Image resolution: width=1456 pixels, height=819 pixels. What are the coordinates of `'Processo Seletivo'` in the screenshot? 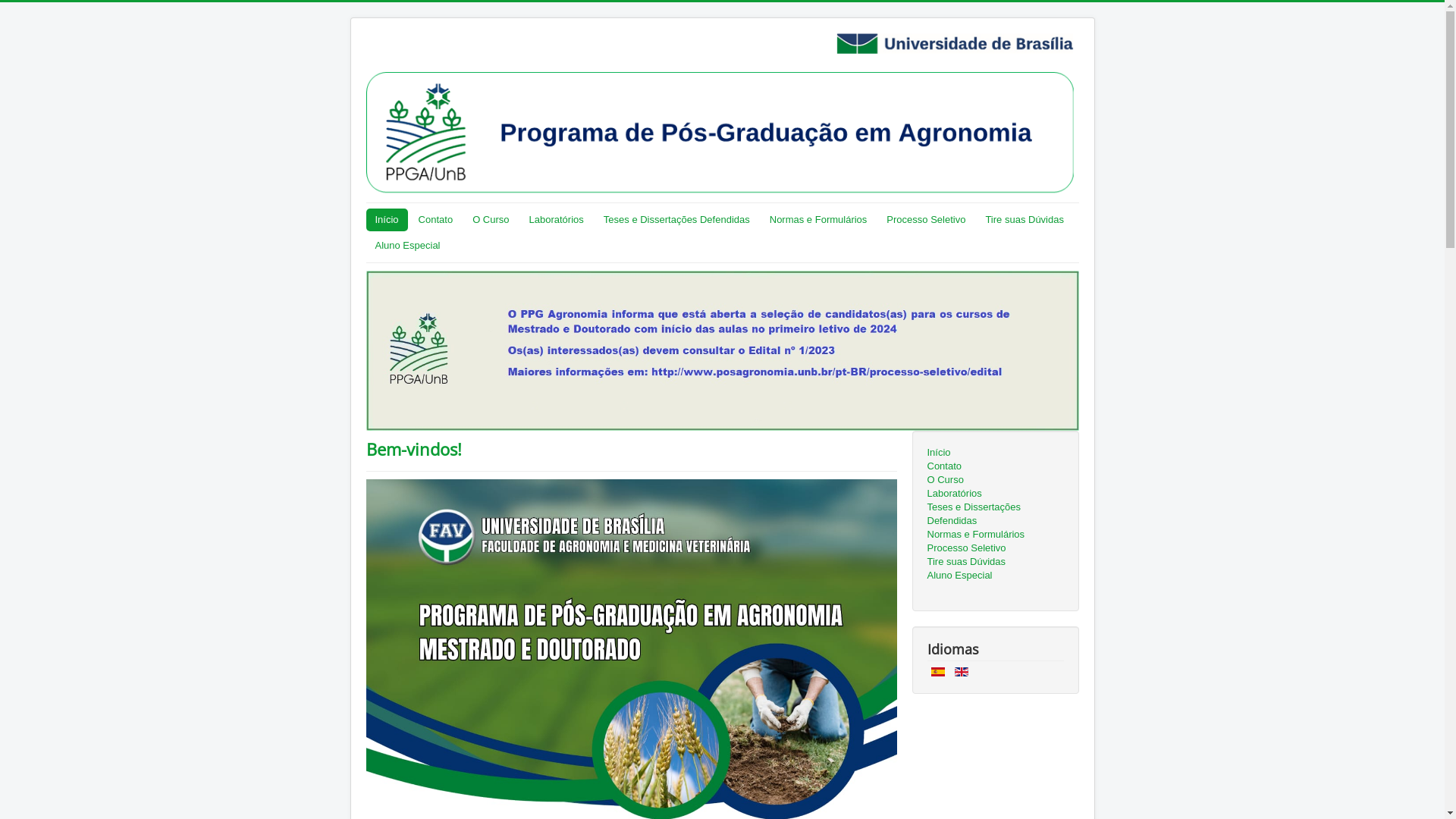 It's located at (994, 548).